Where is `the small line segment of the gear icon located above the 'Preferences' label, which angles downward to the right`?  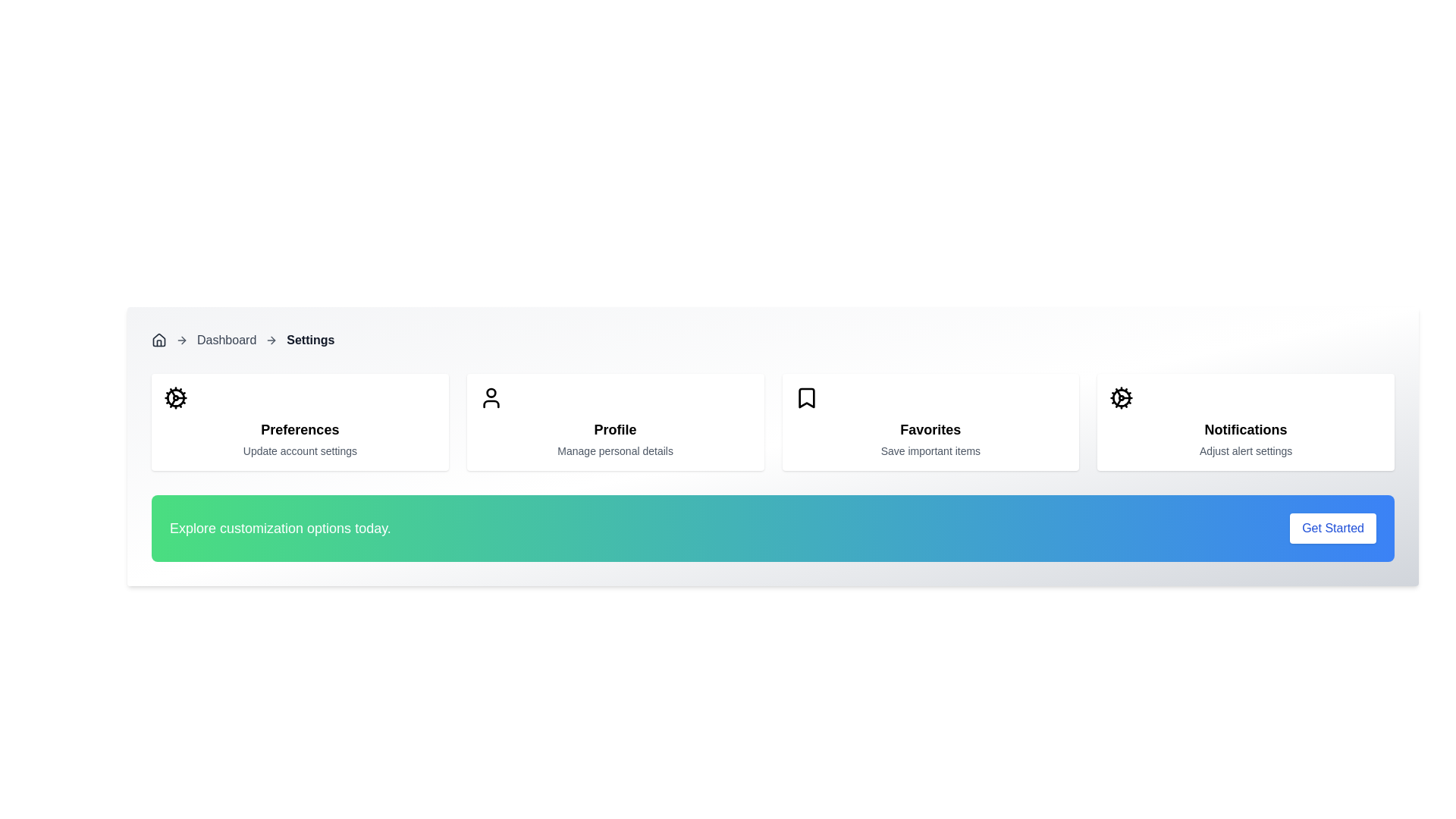
the small line segment of the gear icon located above the 'Preferences' label, which angles downward to the right is located at coordinates (172, 402).